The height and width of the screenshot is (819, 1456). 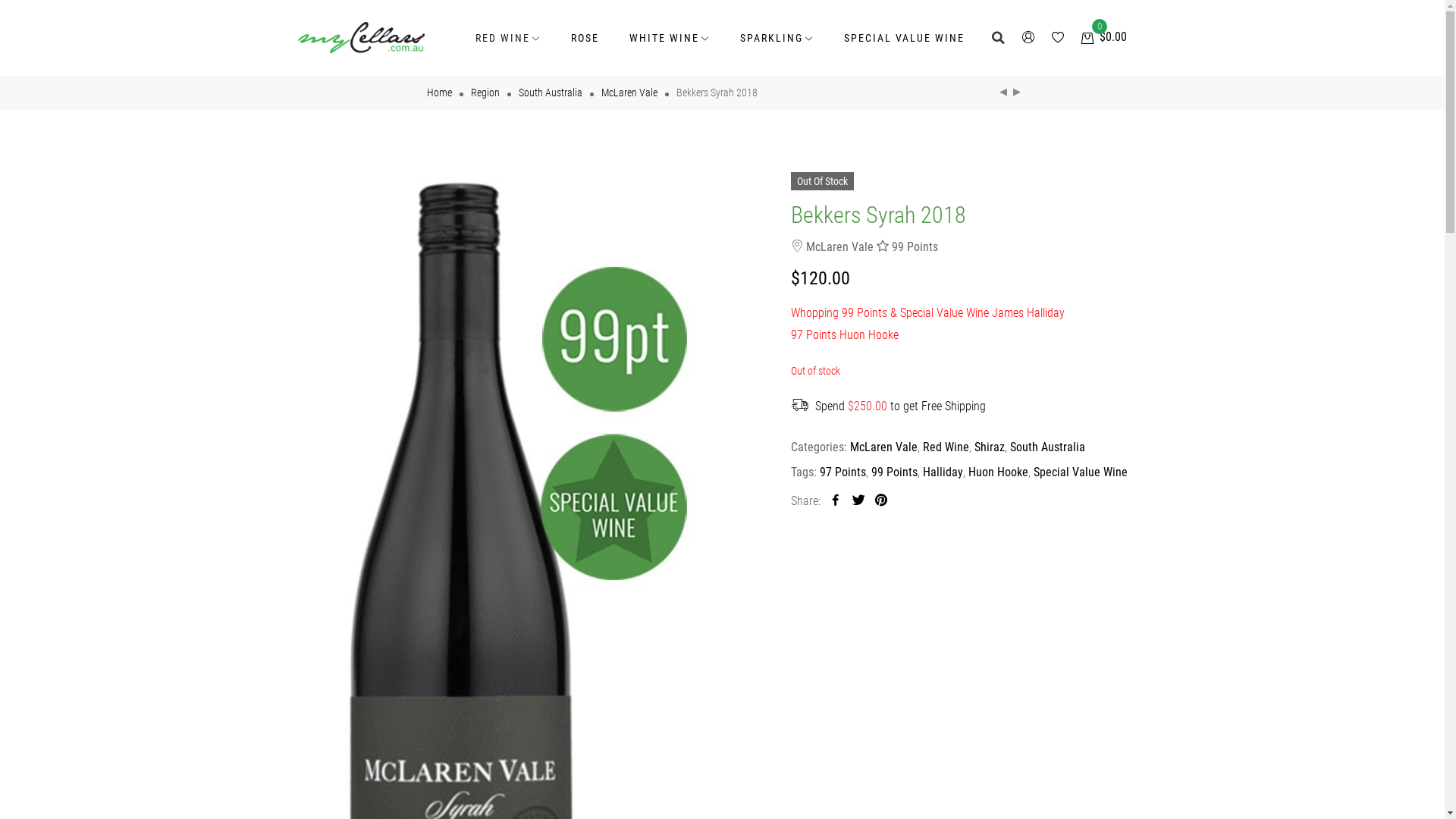 I want to click on 'Share to pinterest', so click(x=880, y=500).